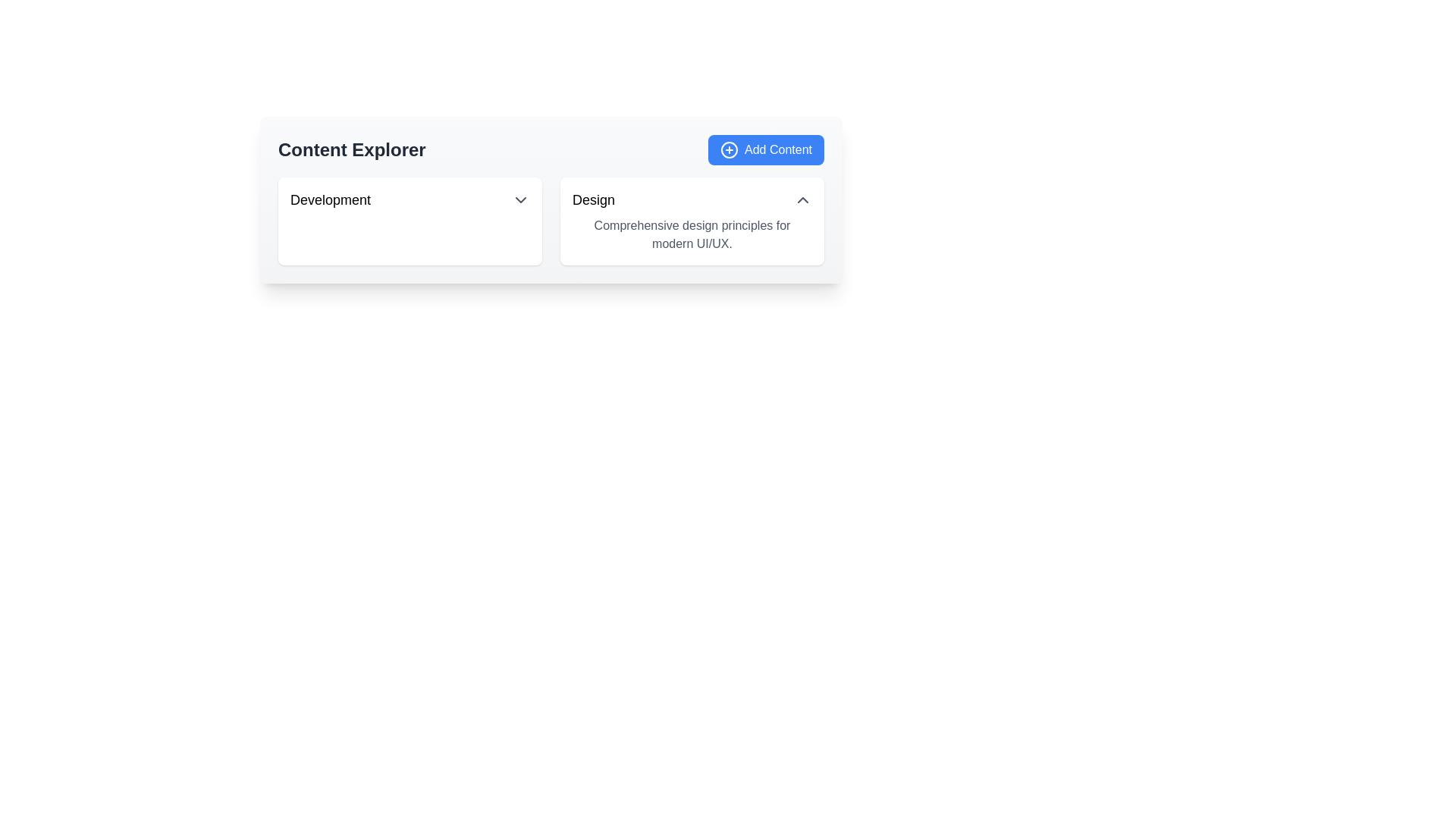 This screenshot has height=819, width=1456. I want to click on the upward-pointing chevron icon toggle in the panel header labeled 'Design', so click(802, 199).